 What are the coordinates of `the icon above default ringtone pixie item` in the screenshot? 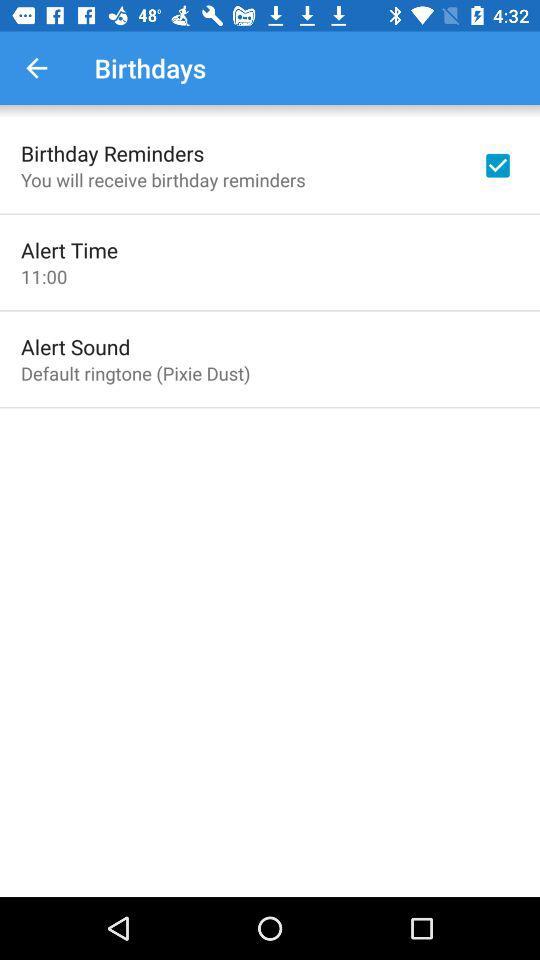 It's located at (74, 346).